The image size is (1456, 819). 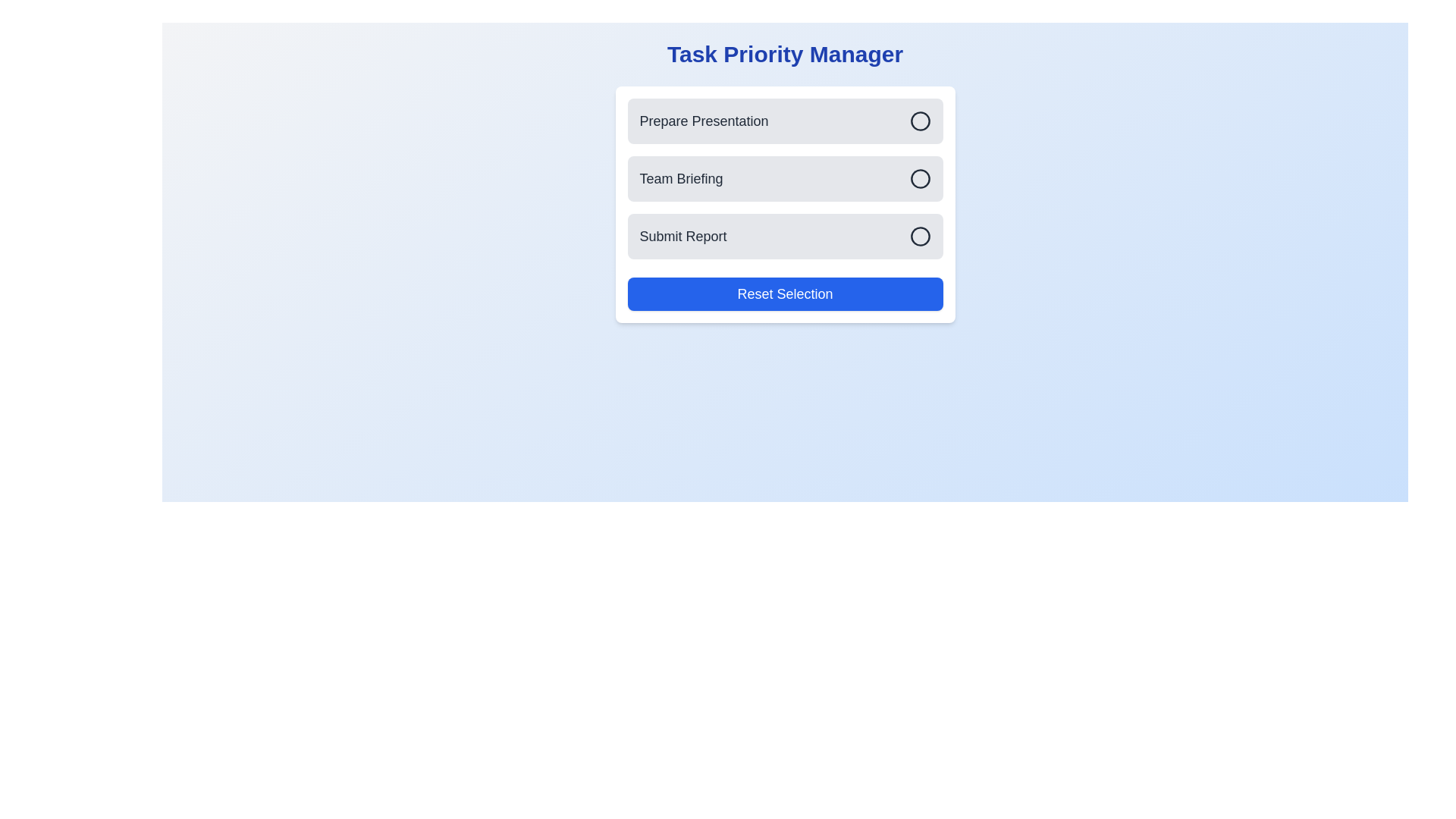 I want to click on the 'Reset Selection' button to reset all priorities to their default state, so click(x=785, y=294).